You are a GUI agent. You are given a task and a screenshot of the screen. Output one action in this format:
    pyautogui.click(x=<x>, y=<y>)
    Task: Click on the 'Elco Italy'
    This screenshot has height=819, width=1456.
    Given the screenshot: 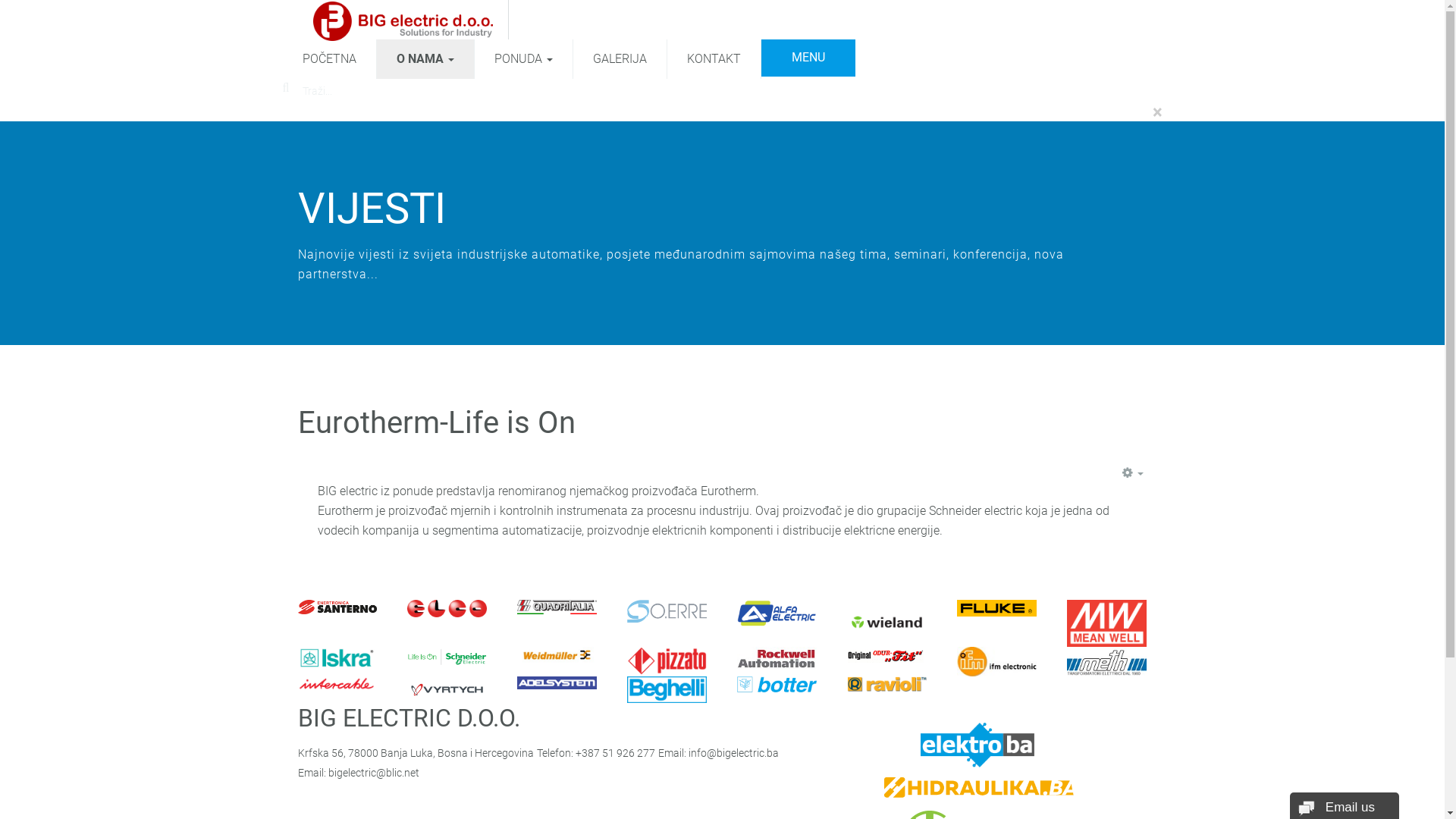 What is the action you would take?
    pyautogui.click(x=446, y=607)
    